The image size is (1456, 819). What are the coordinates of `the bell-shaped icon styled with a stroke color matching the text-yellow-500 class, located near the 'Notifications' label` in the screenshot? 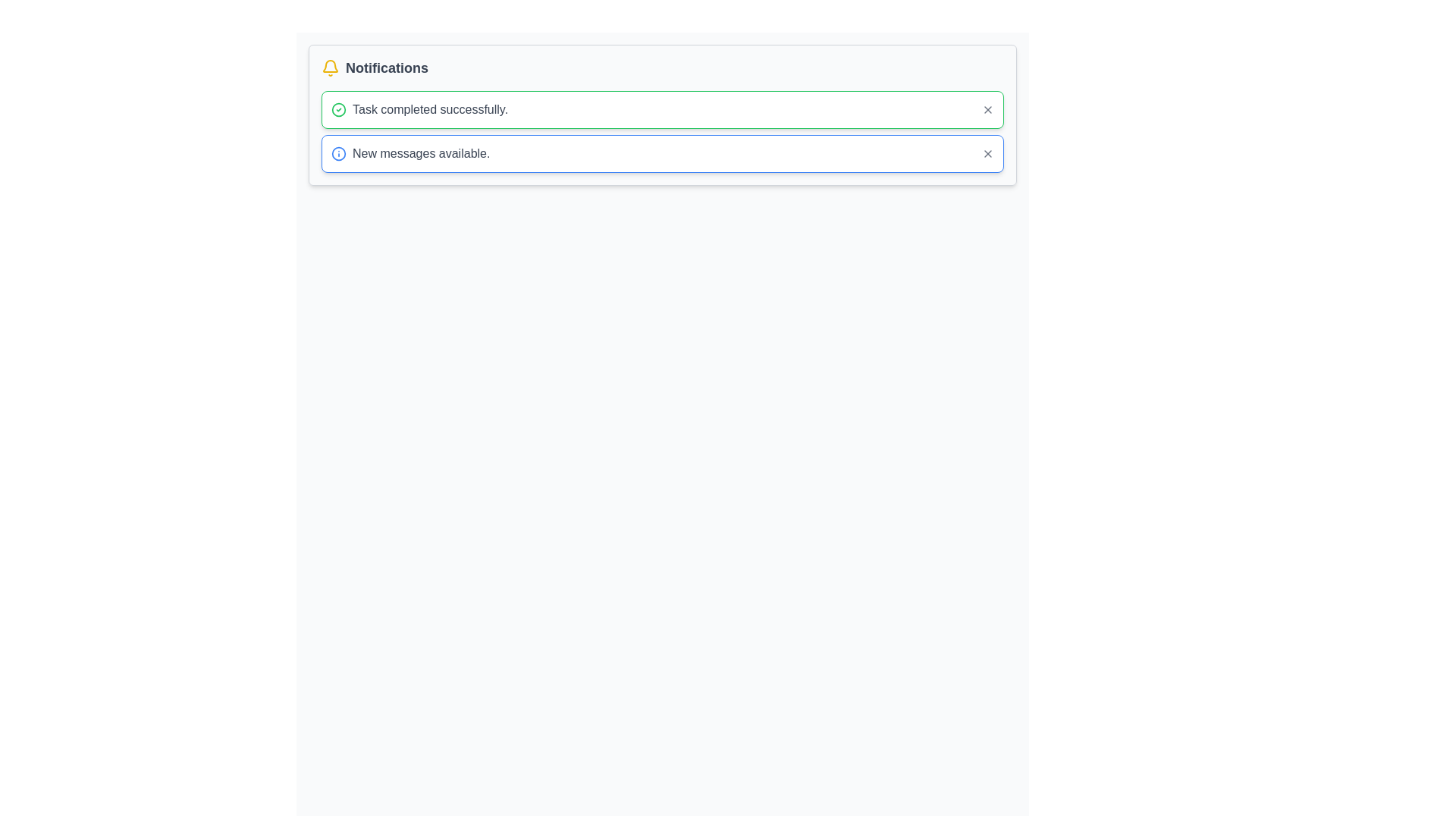 It's located at (330, 65).